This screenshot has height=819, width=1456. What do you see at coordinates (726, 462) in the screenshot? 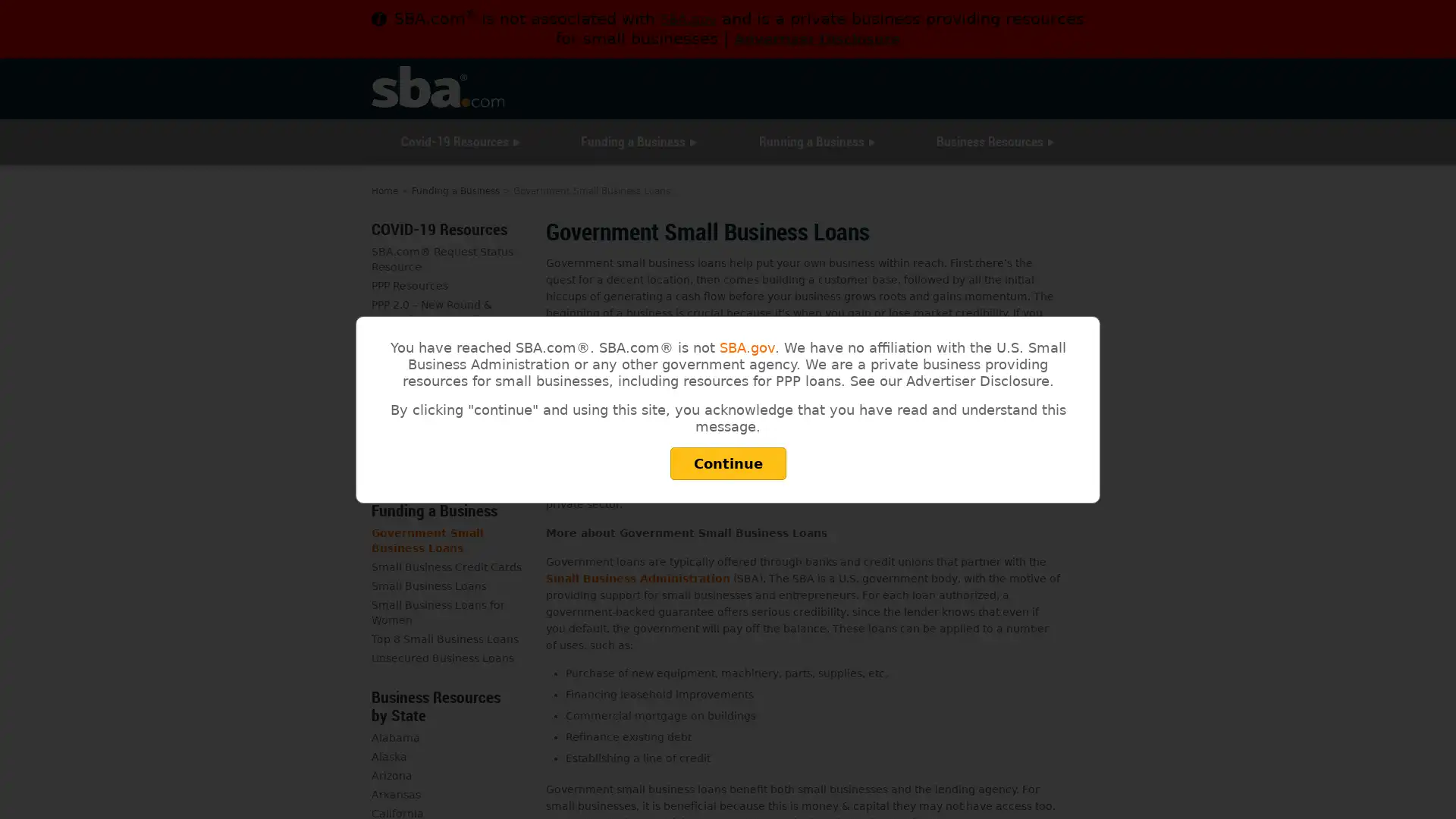
I see `Continue` at bounding box center [726, 462].